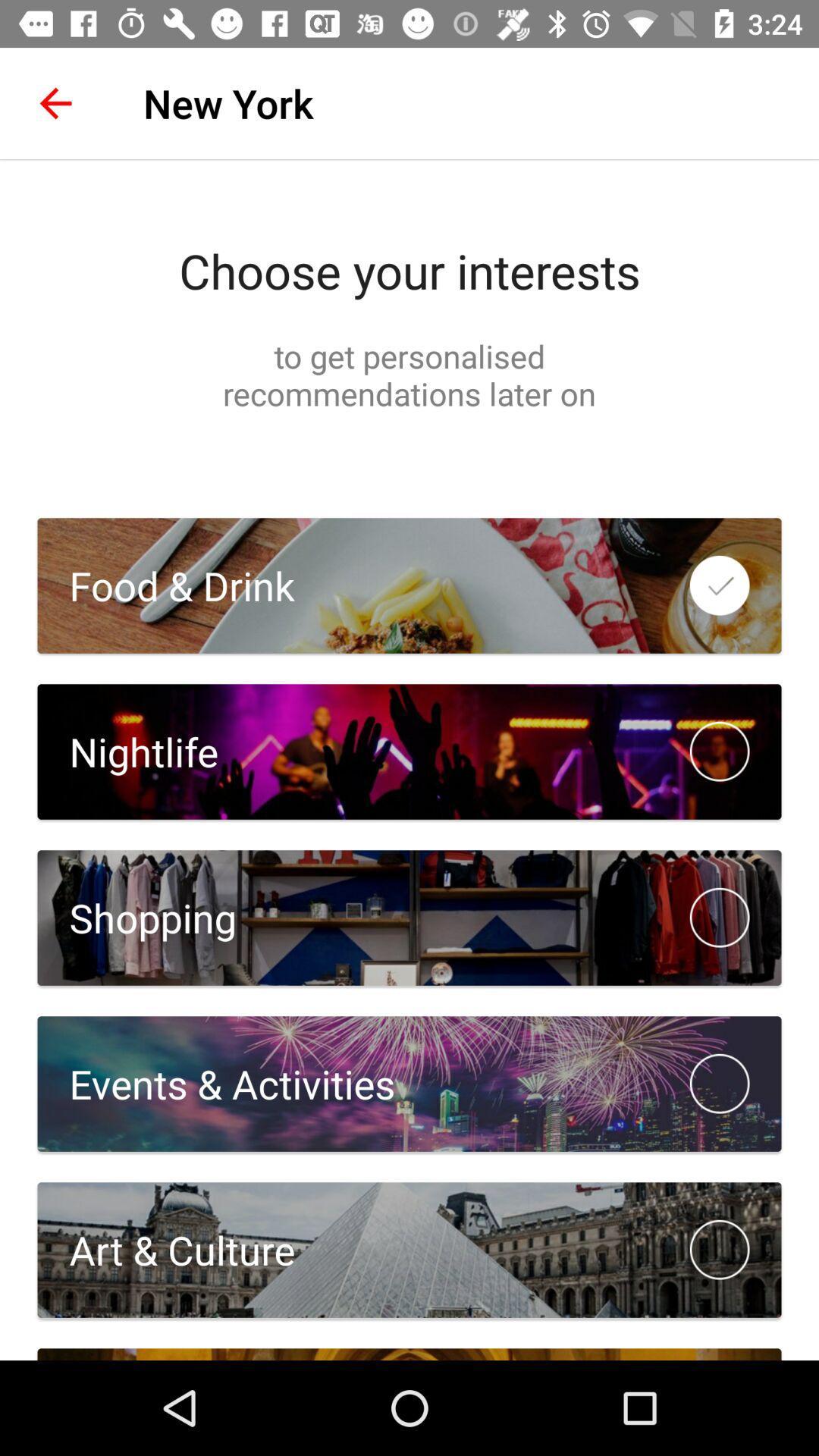 The image size is (819, 1456). I want to click on to get personalised icon, so click(409, 375).